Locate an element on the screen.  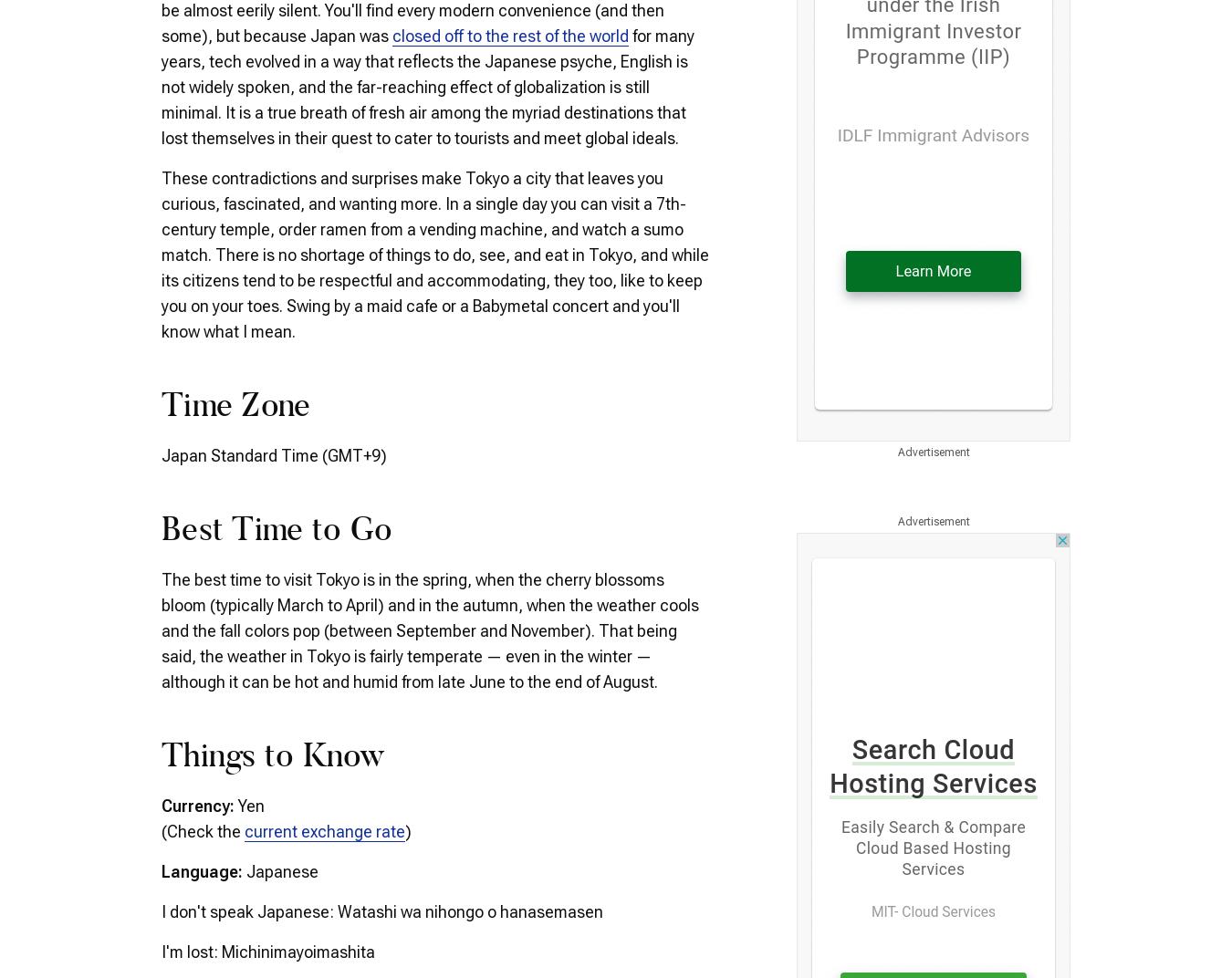
'Language:' is located at coordinates (204, 869).